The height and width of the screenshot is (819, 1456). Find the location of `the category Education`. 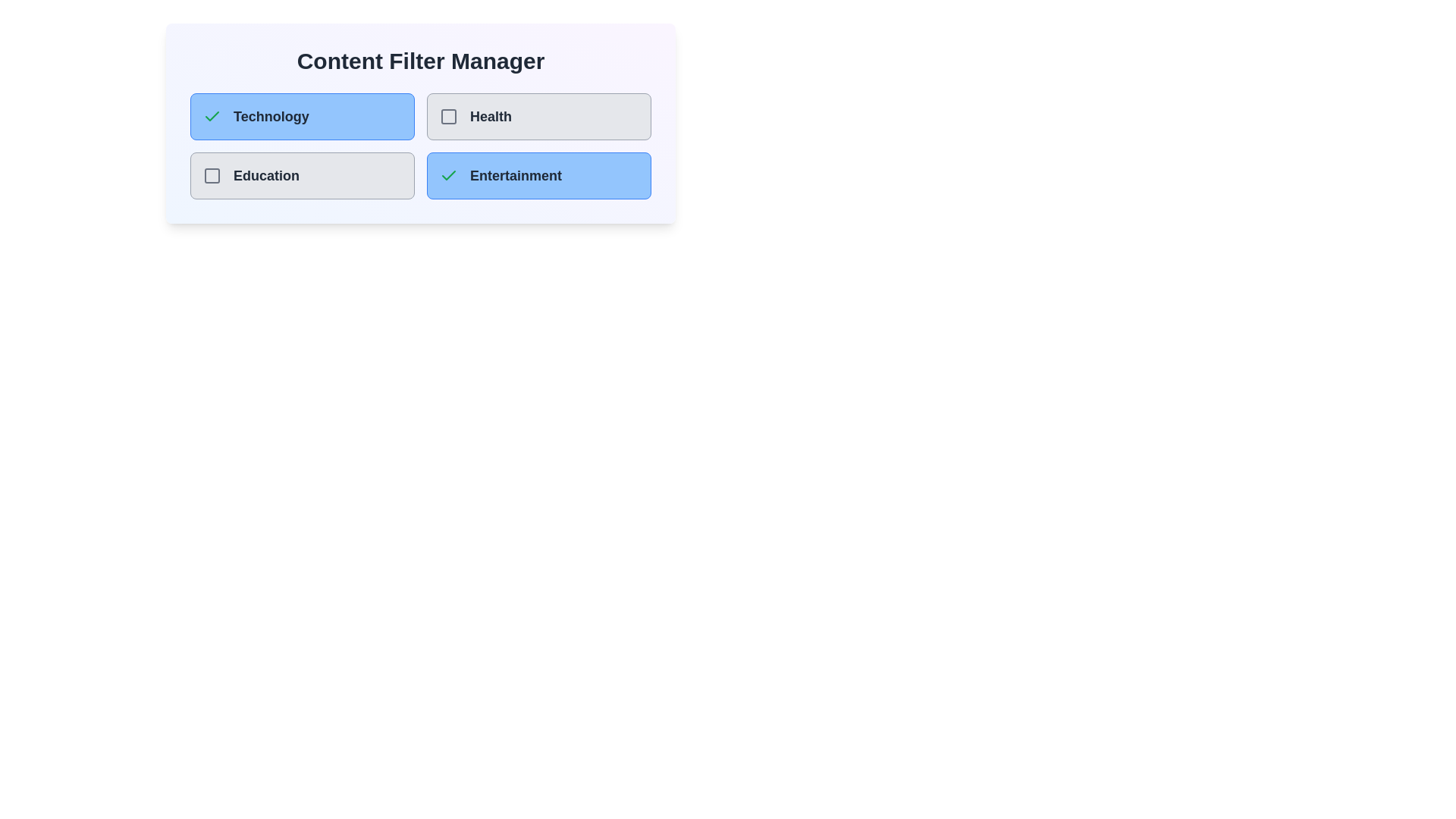

the category Education is located at coordinates (211, 174).